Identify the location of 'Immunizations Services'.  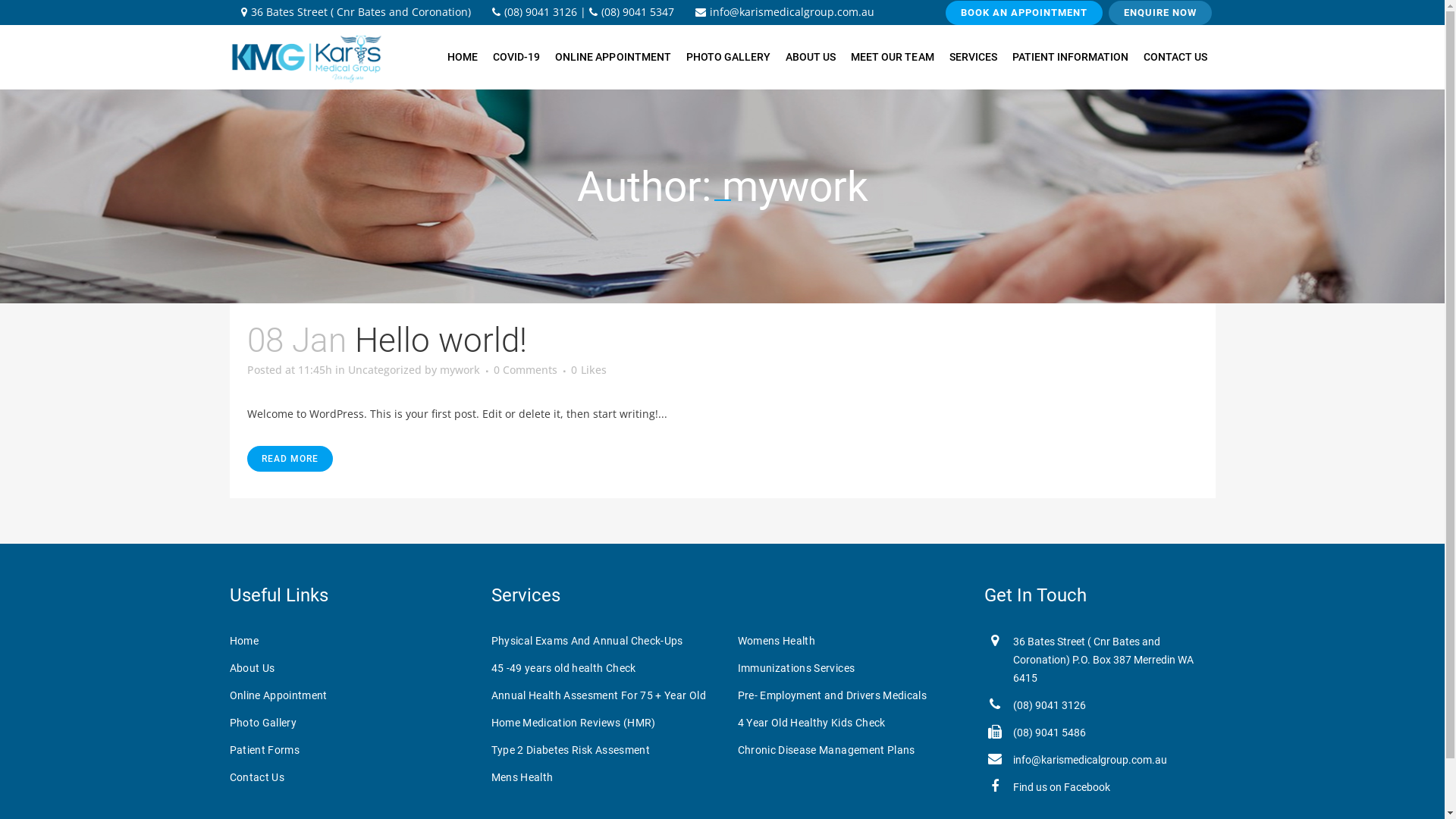
(736, 667).